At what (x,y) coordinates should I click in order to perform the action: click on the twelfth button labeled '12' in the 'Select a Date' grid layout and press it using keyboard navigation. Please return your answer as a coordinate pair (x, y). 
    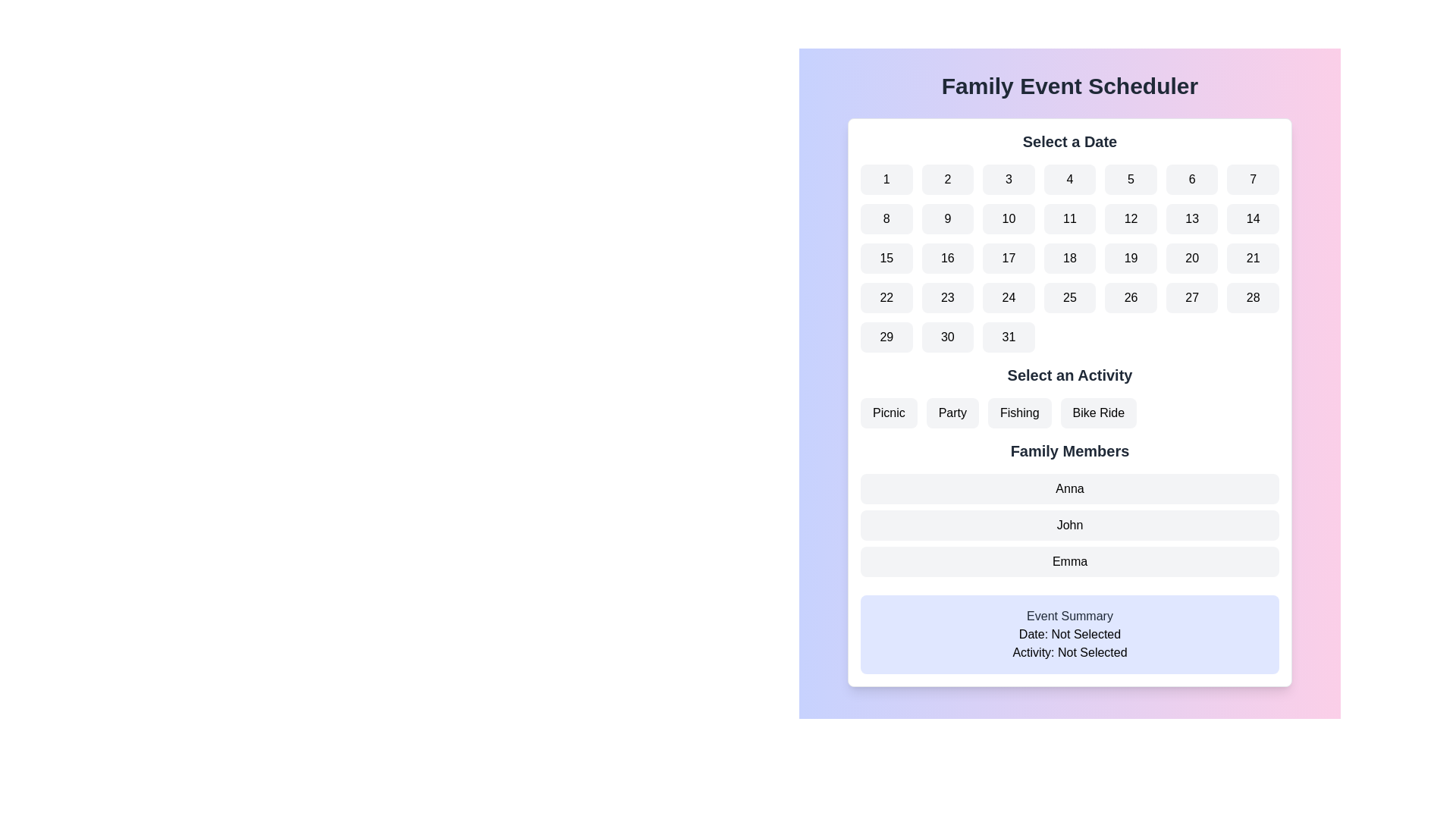
    Looking at the image, I should click on (1131, 219).